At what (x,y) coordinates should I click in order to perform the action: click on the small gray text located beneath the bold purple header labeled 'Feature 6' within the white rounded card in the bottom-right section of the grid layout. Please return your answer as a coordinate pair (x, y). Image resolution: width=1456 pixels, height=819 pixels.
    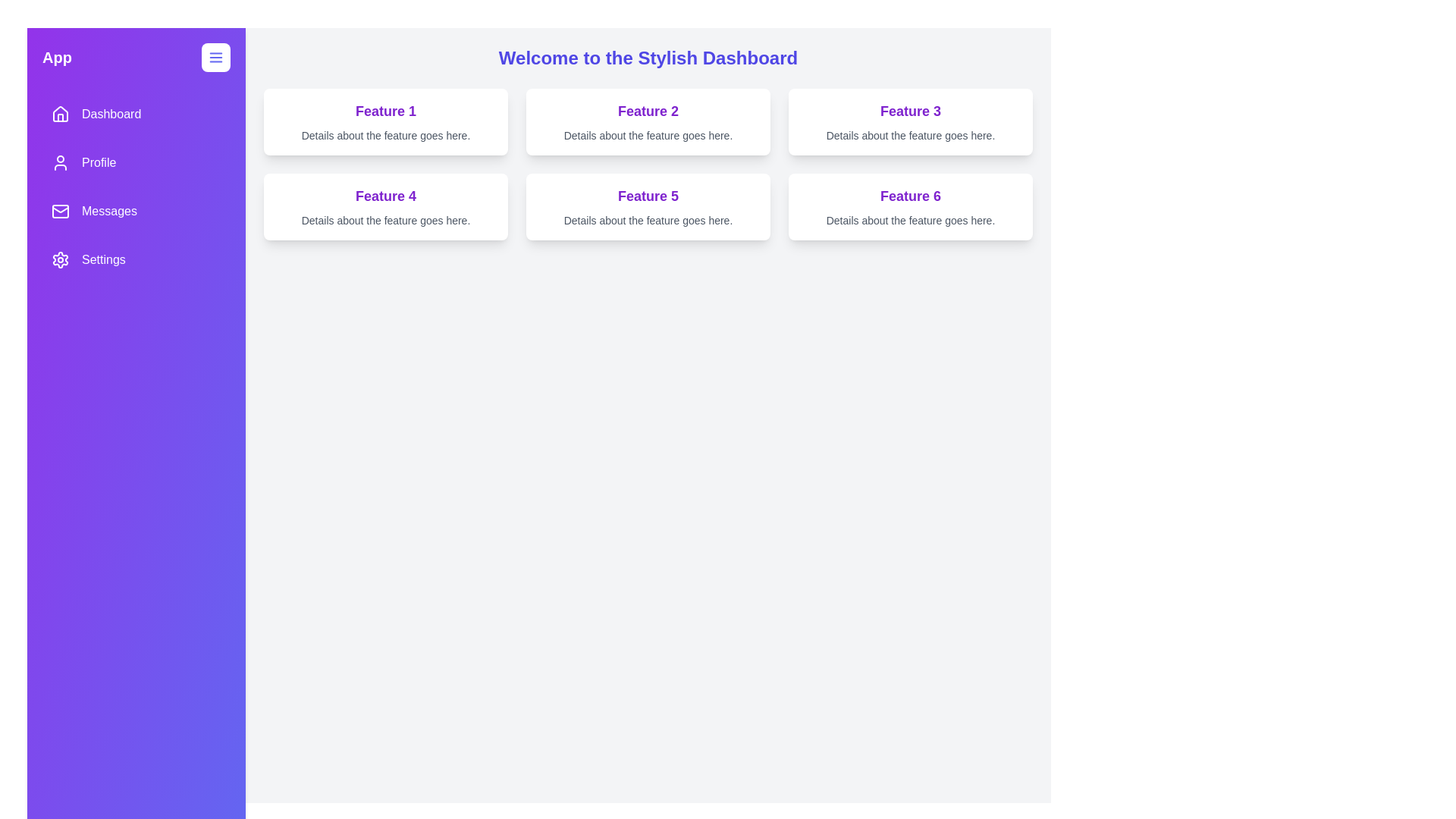
    Looking at the image, I should click on (910, 220).